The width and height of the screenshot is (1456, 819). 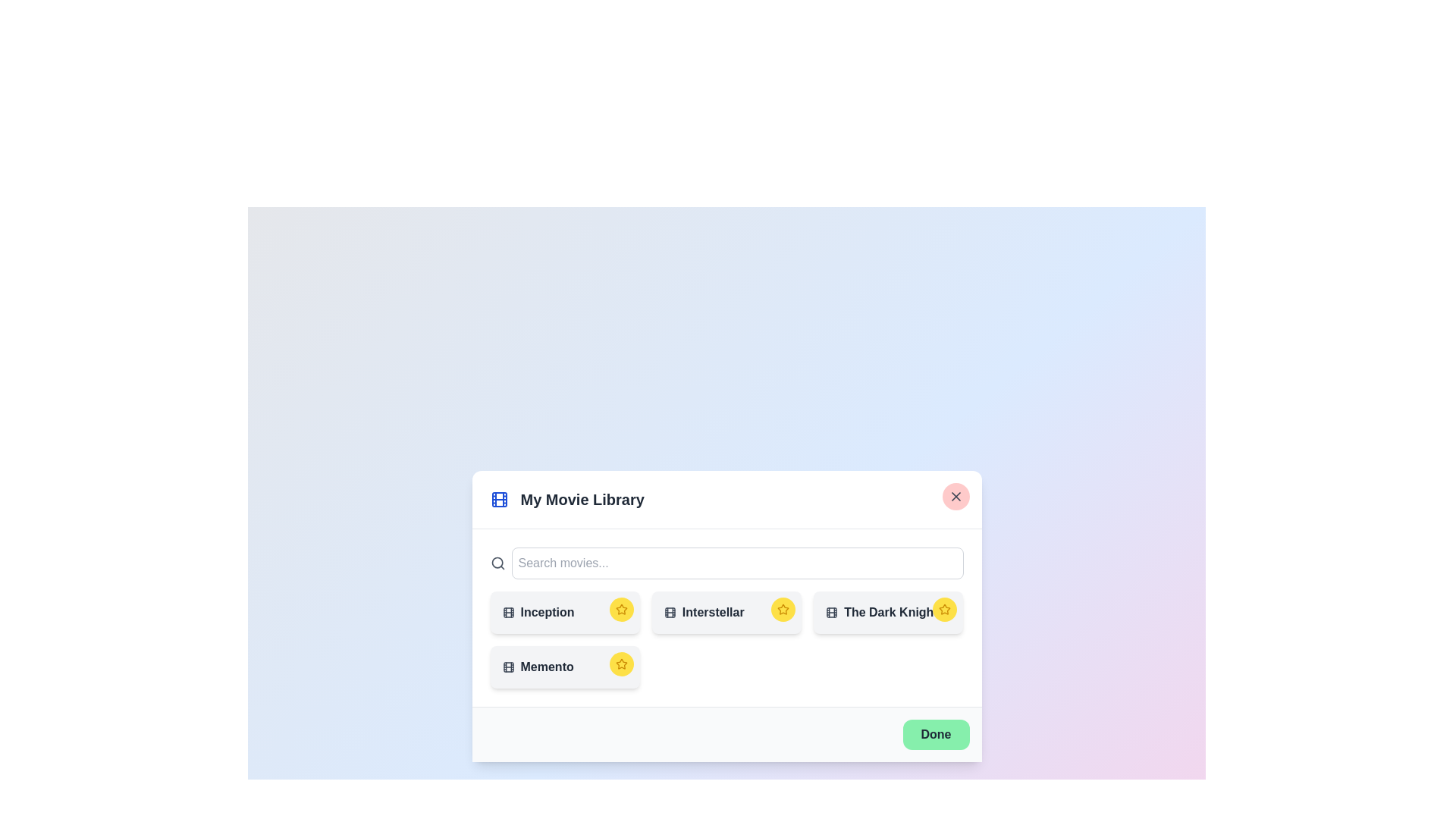 I want to click on the favorite toggle button for the 'Memento' movie card located in the top-right corner of the card within 'My Movie Library', so click(x=621, y=663).